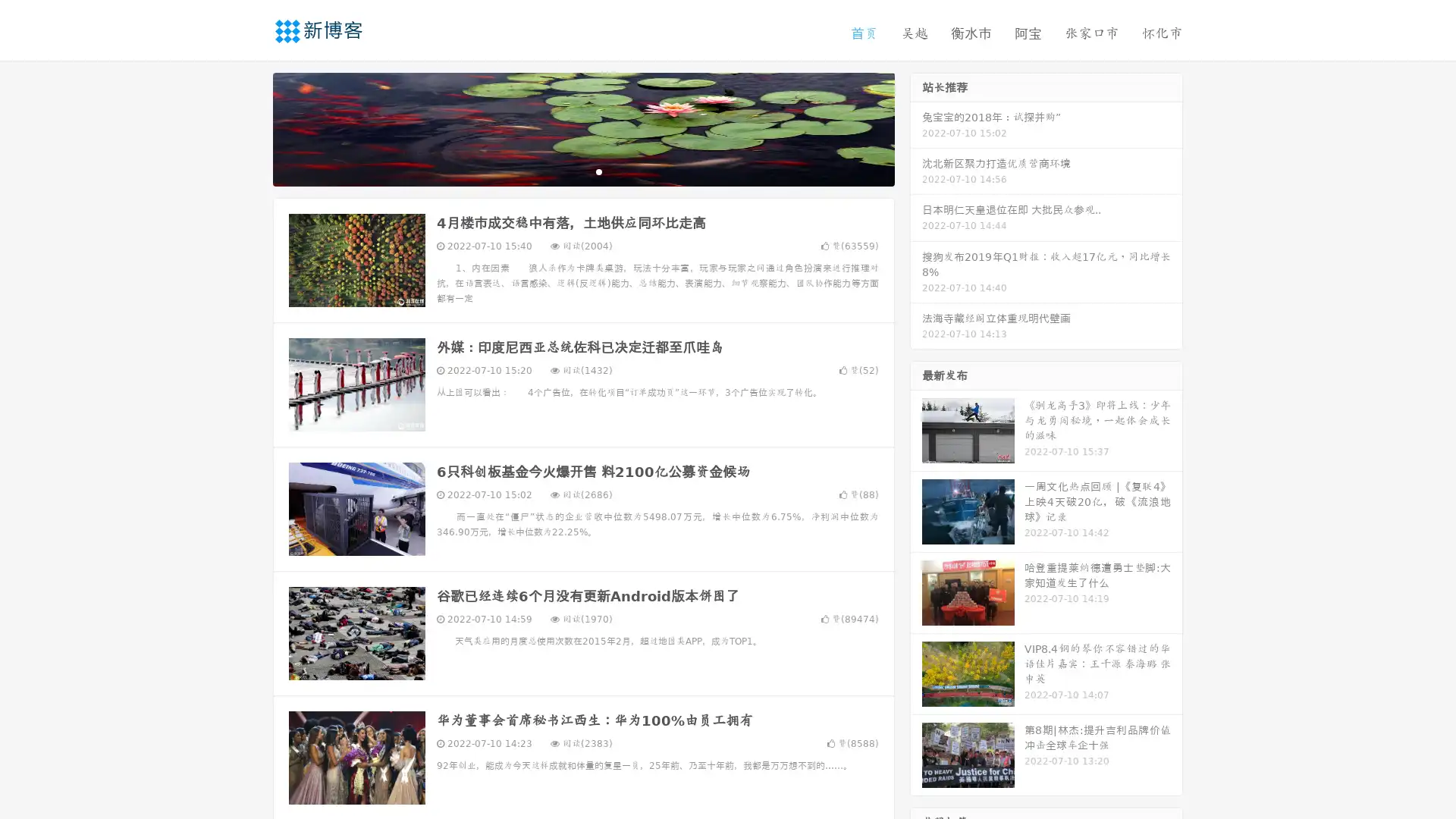 This screenshot has width=1456, height=819. Describe the element at coordinates (567, 171) in the screenshot. I see `Go to slide 1` at that location.